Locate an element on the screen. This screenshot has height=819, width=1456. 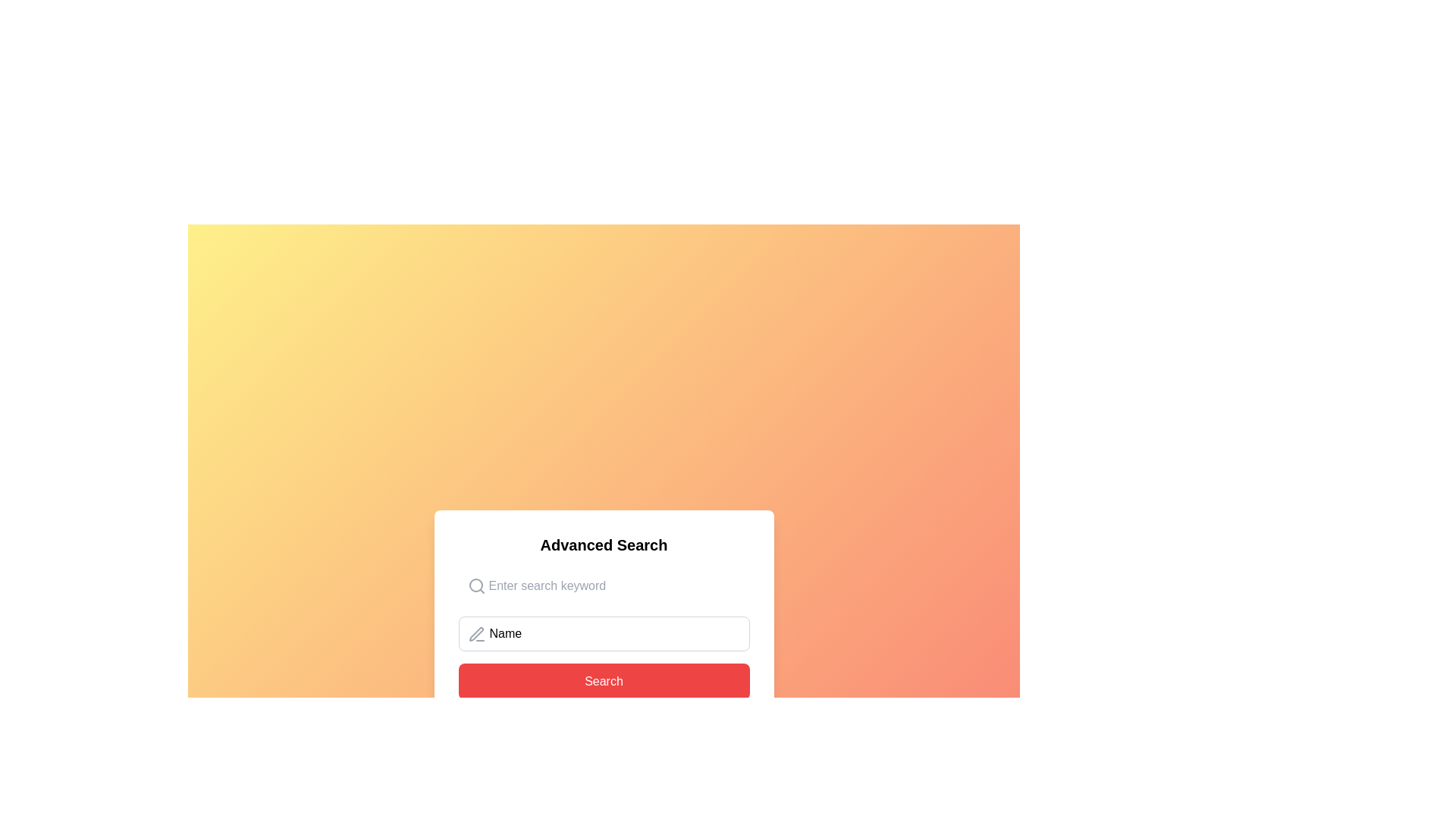
properties of the pen icon located inside the 'Name' input box, which is positioned at the leftmost side of the input field is located at coordinates (475, 635).